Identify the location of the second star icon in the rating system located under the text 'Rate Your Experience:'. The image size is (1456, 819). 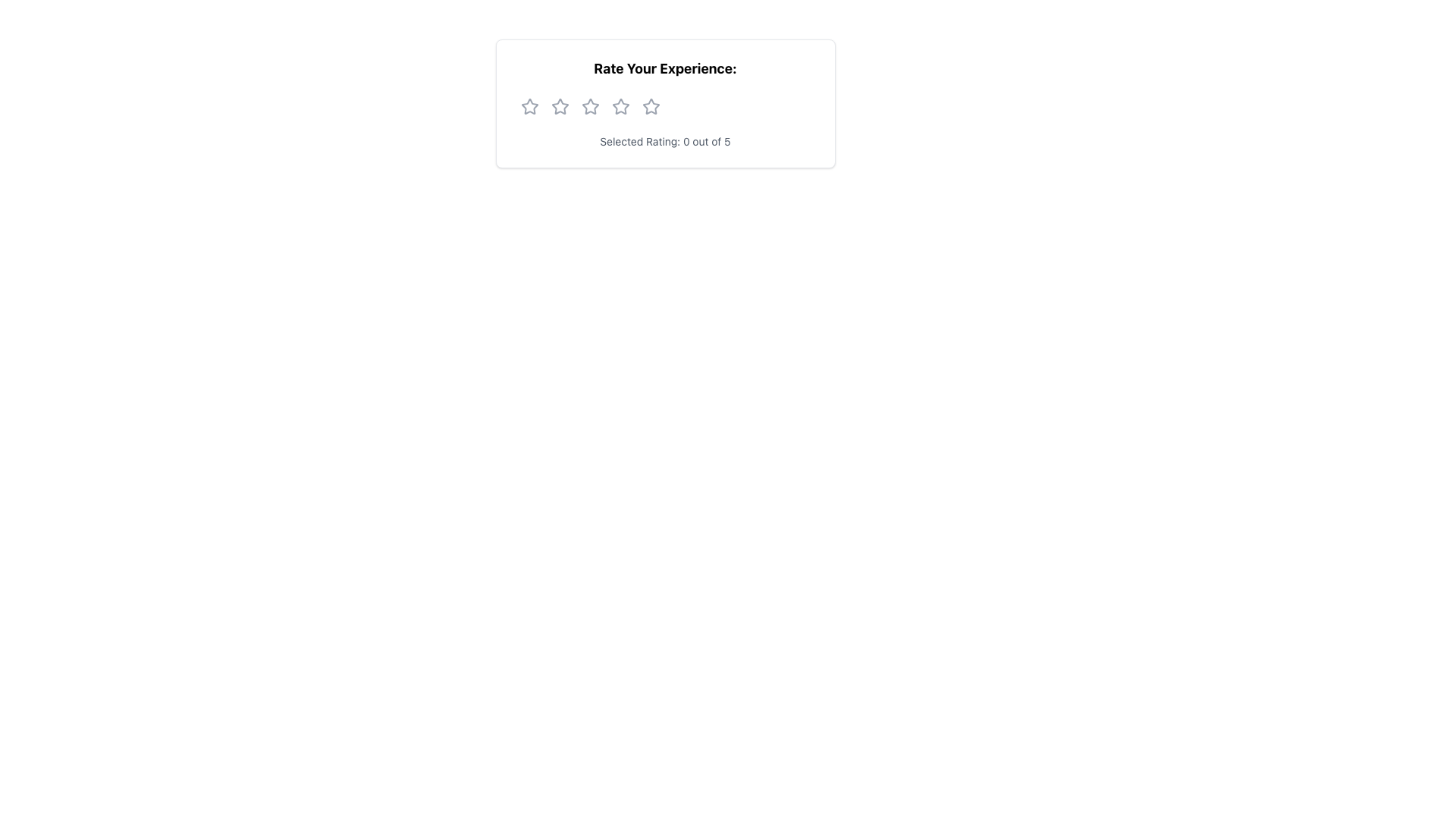
(589, 106).